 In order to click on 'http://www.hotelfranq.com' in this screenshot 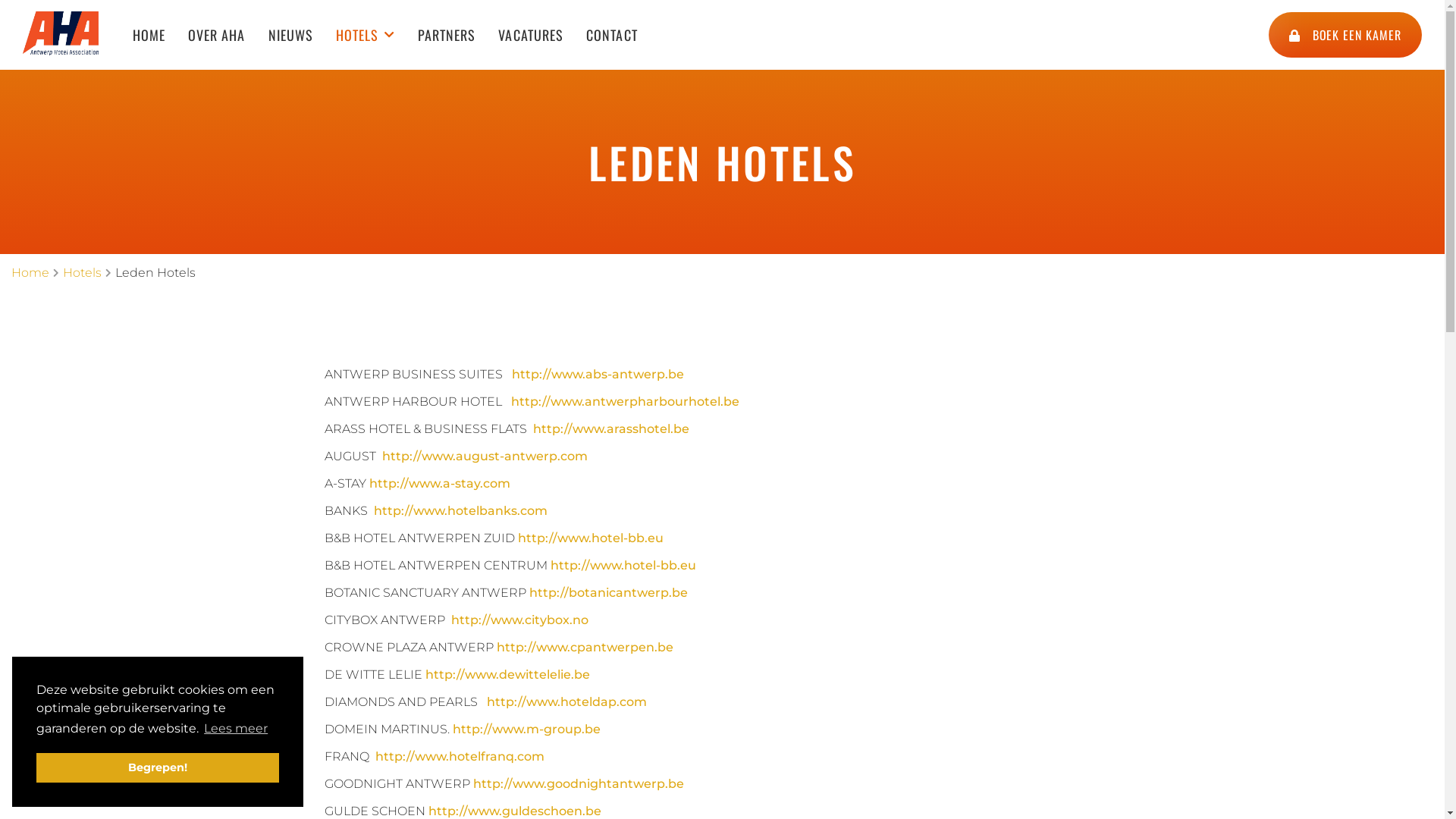, I will do `click(375, 756)`.